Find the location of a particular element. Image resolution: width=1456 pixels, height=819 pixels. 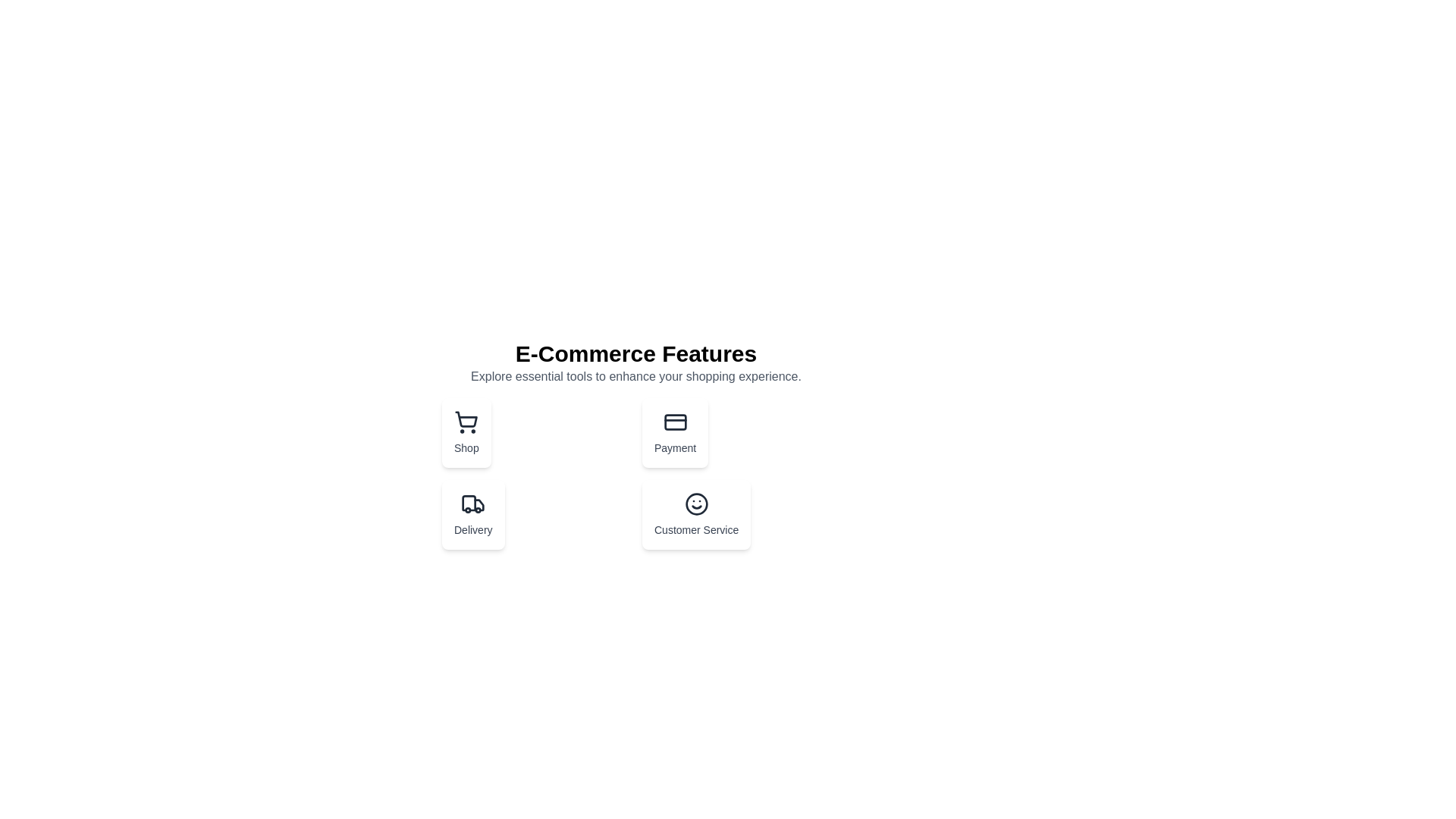

the Circle SVG element that represents the customer service smiley face icon located at the lower right section of the grid below the header 'E-Commerce Features' is located at coordinates (695, 504).